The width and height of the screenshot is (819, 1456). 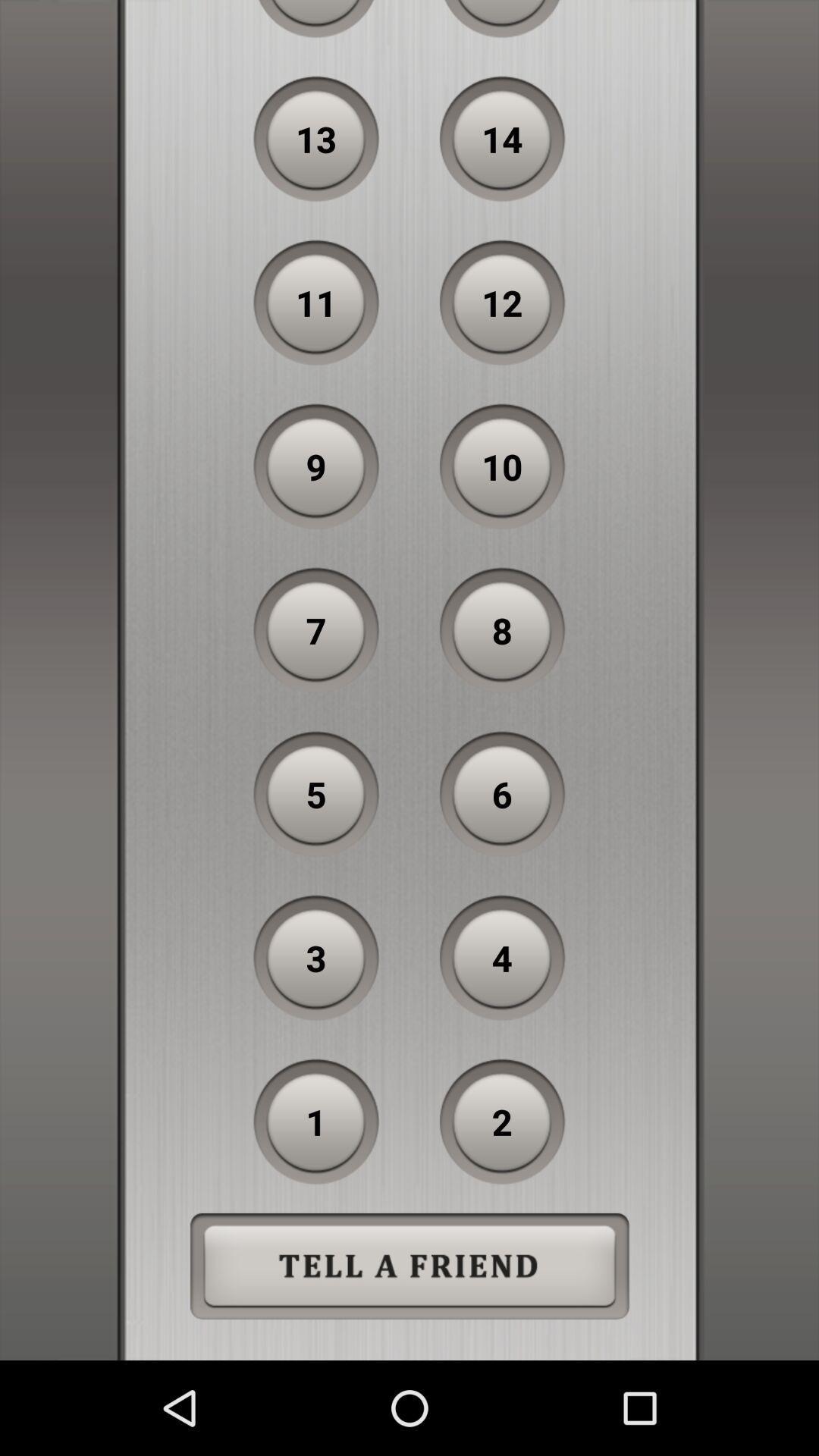 What do you see at coordinates (315, 466) in the screenshot?
I see `the item above the 7 item` at bounding box center [315, 466].